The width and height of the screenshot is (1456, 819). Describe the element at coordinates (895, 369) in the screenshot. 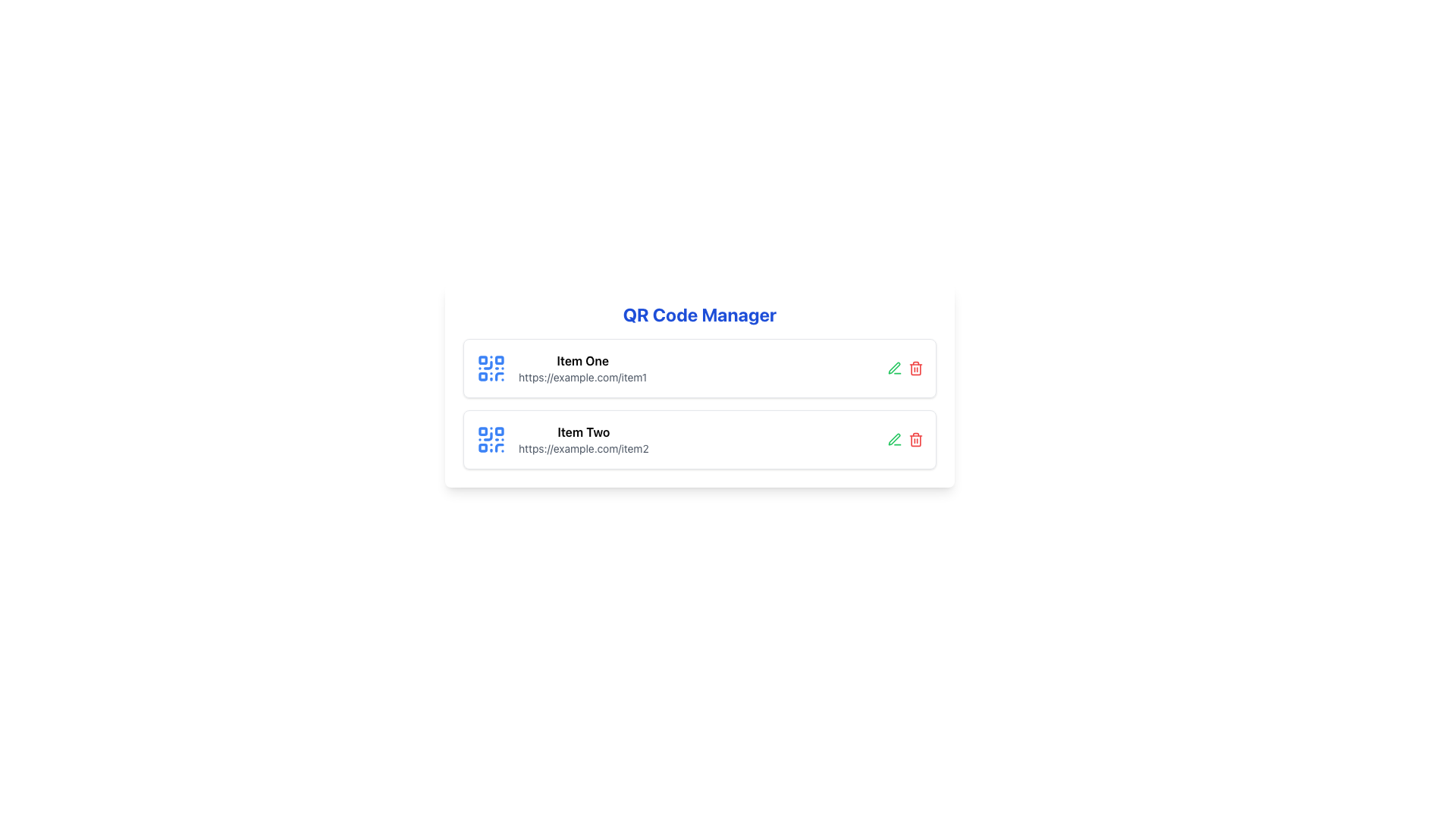

I see `the edit button, which is the second icon in the second row of a two-row list` at that location.